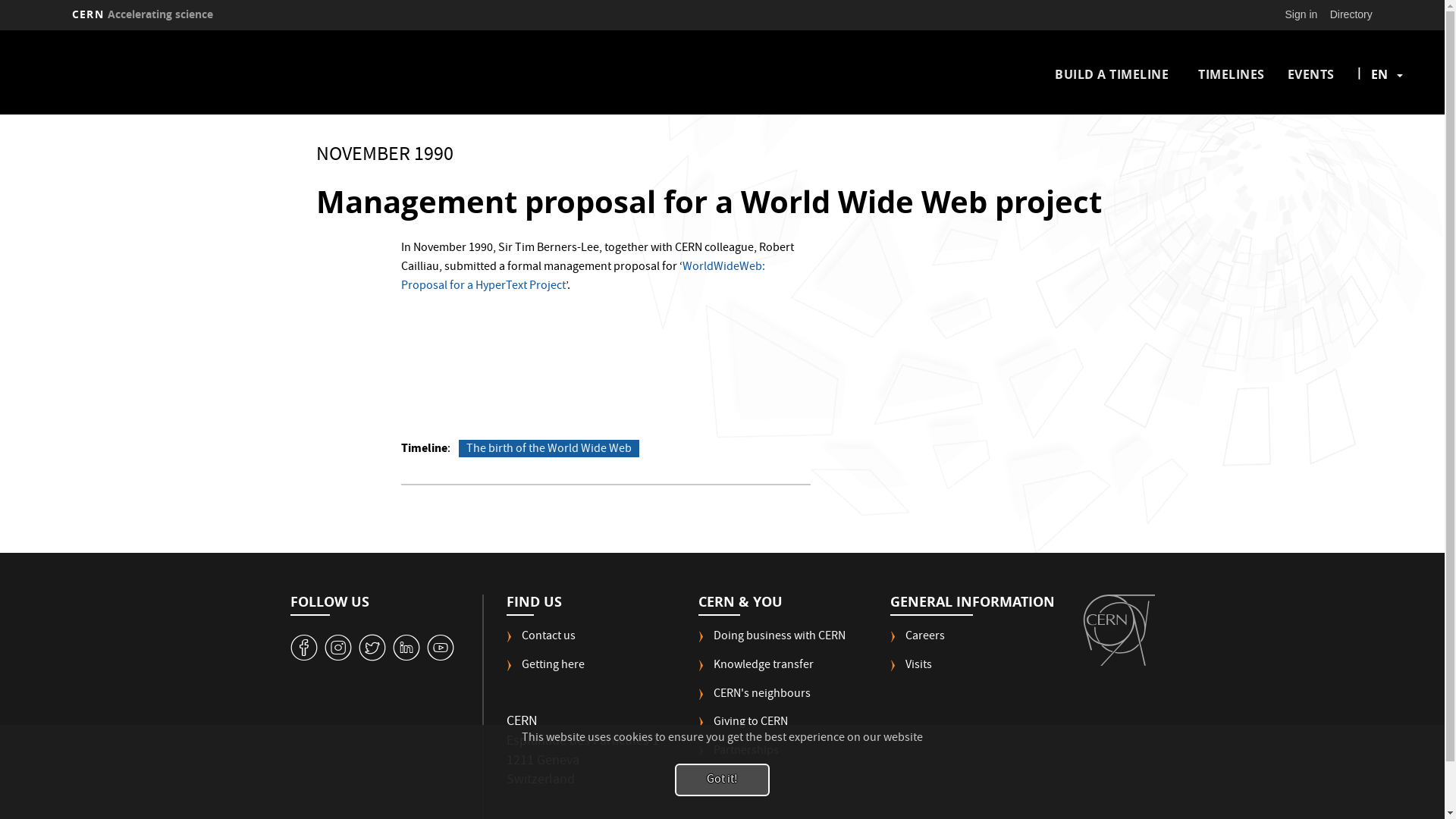 Image resolution: width=1456 pixels, height=819 pixels. Describe the element at coordinates (756, 671) in the screenshot. I see `'Knowledge transfer'` at that location.